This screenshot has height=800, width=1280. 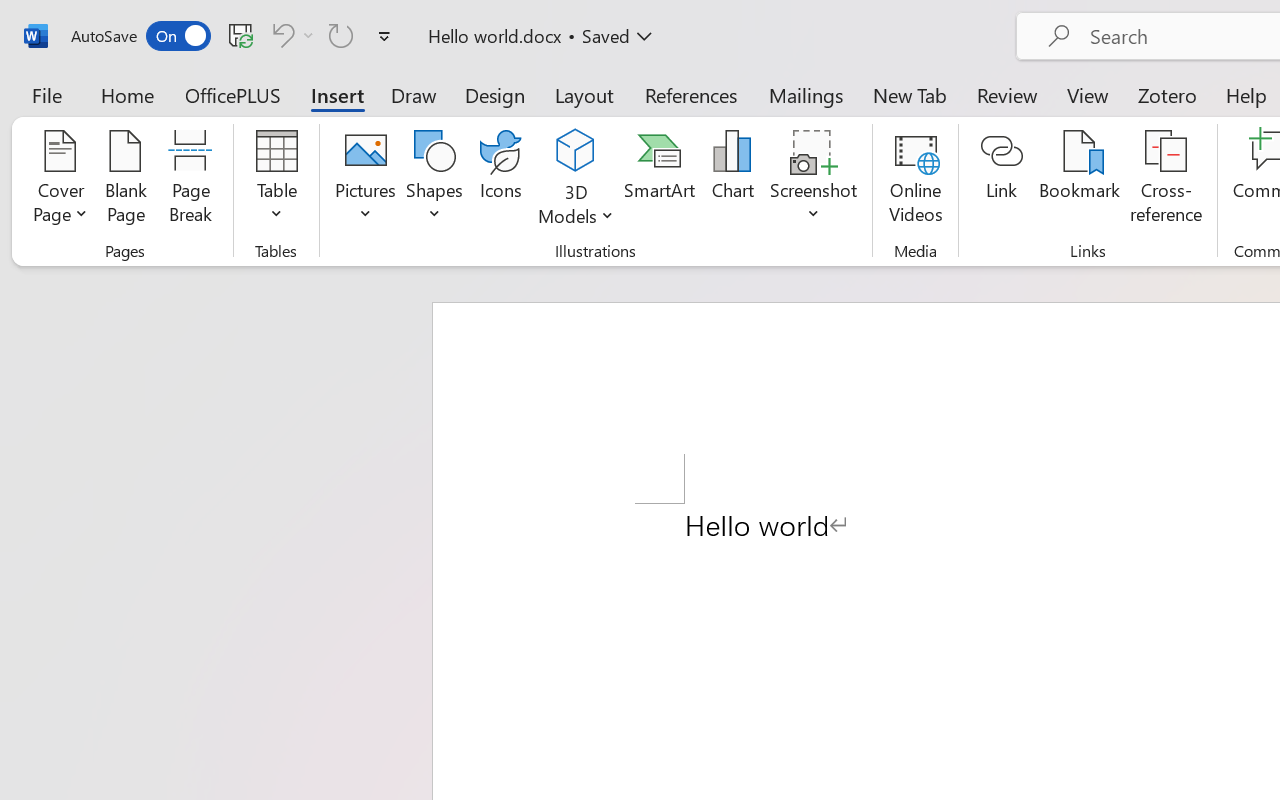 What do you see at coordinates (659, 179) in the screenshot?
I see `'SmartArt...'` at bounding box center [659, 179].